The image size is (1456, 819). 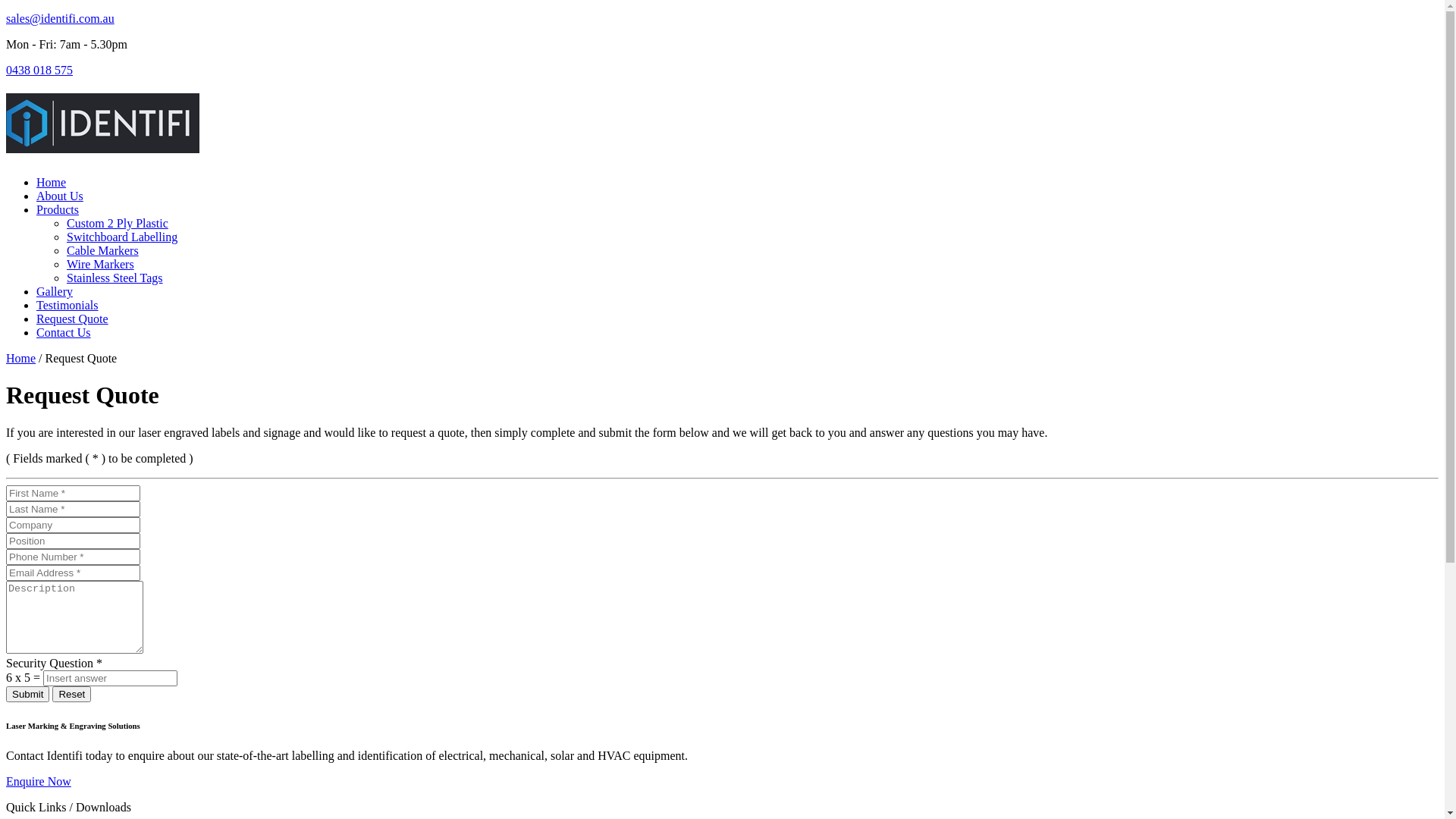 I want to click on 'Reset', so click(x=71, y=694).